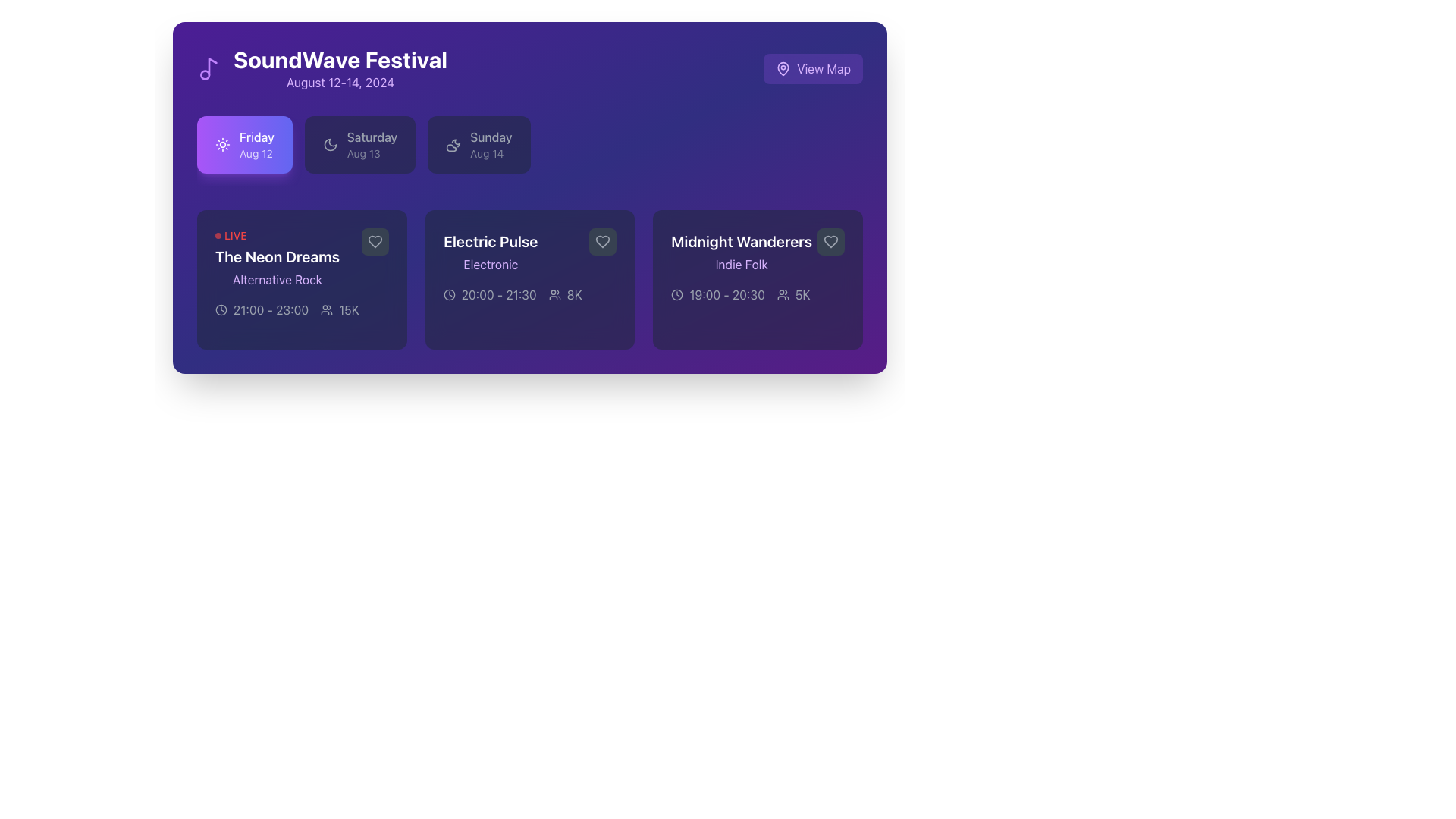 This screenshot has width=1456, height=819. What do you see at coordinates (256, 154) in the screenshot?
I see `the text display indicating the specific date corresponding to 'Friday', located directly beneath the 'Friday' text in the first of three horizontally aligned date boxes` at bounding box center [256, 154].